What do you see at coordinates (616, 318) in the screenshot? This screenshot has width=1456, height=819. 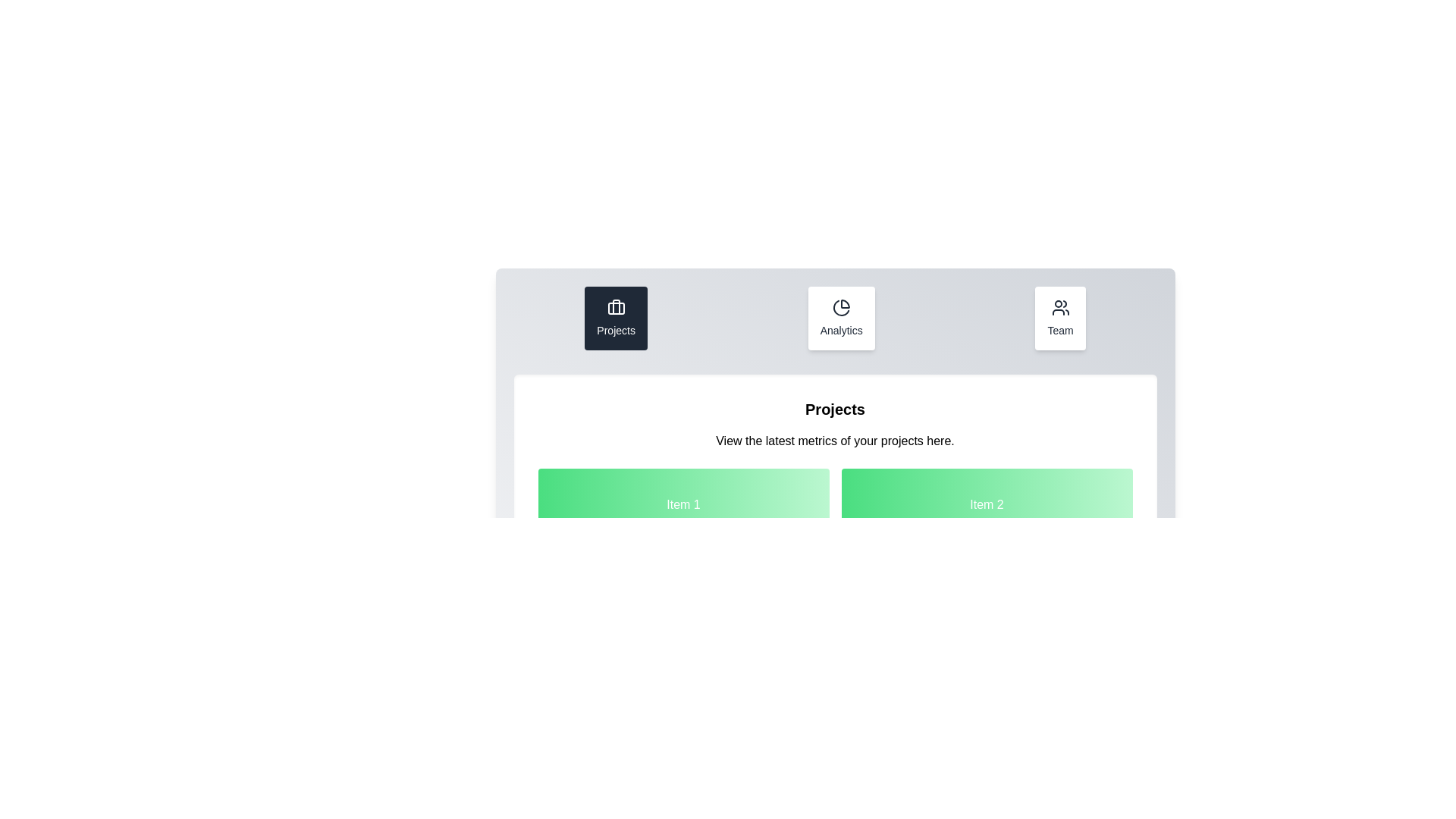 I see `the tab named Projects` at bounding box center [616, 318].